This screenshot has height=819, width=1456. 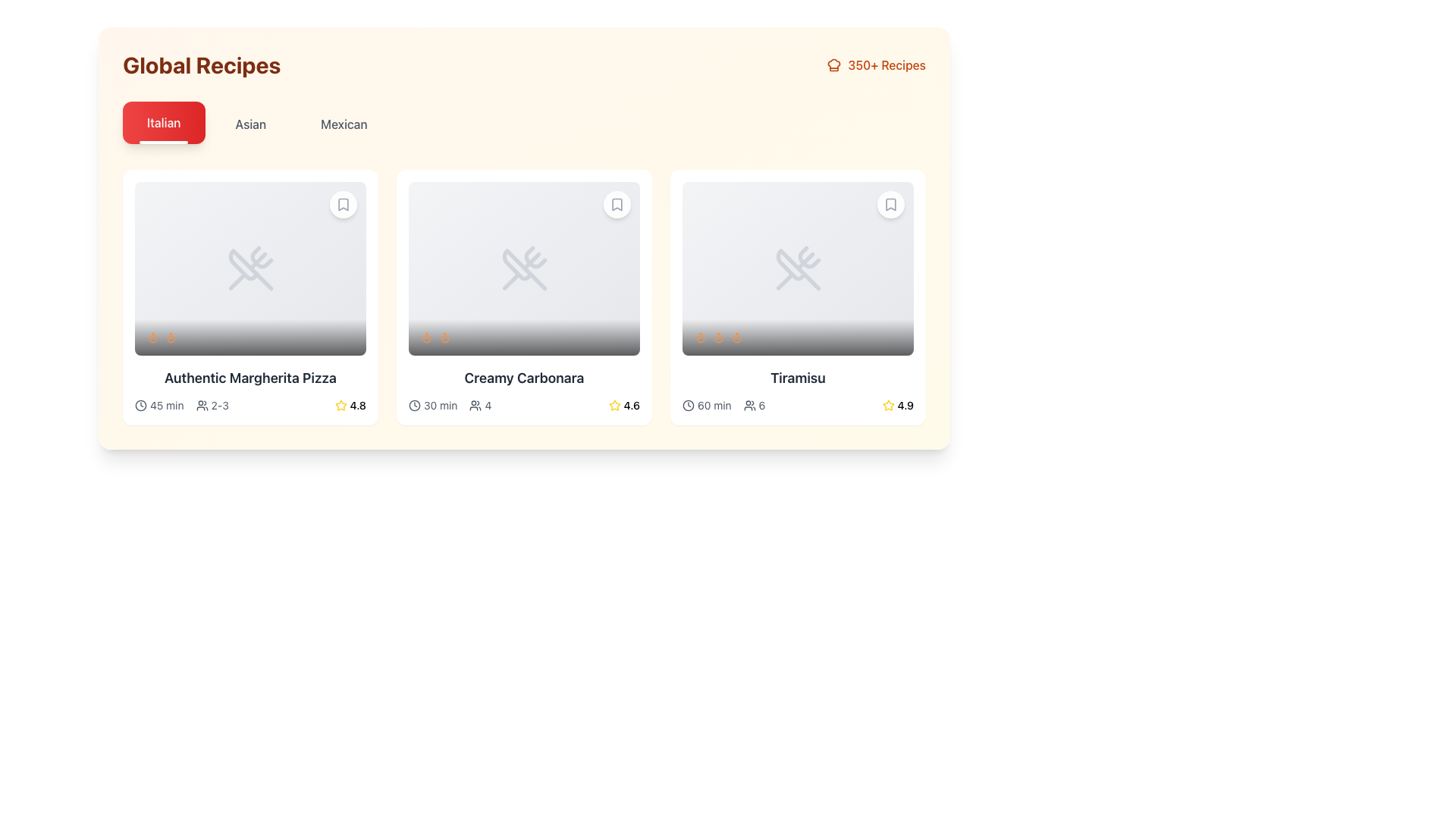 I want to click on numeric label associated with the user count icon for the 'Tiramisu' recipe card located in the bottom-right corner of the interface, so click(x=749, y=404).